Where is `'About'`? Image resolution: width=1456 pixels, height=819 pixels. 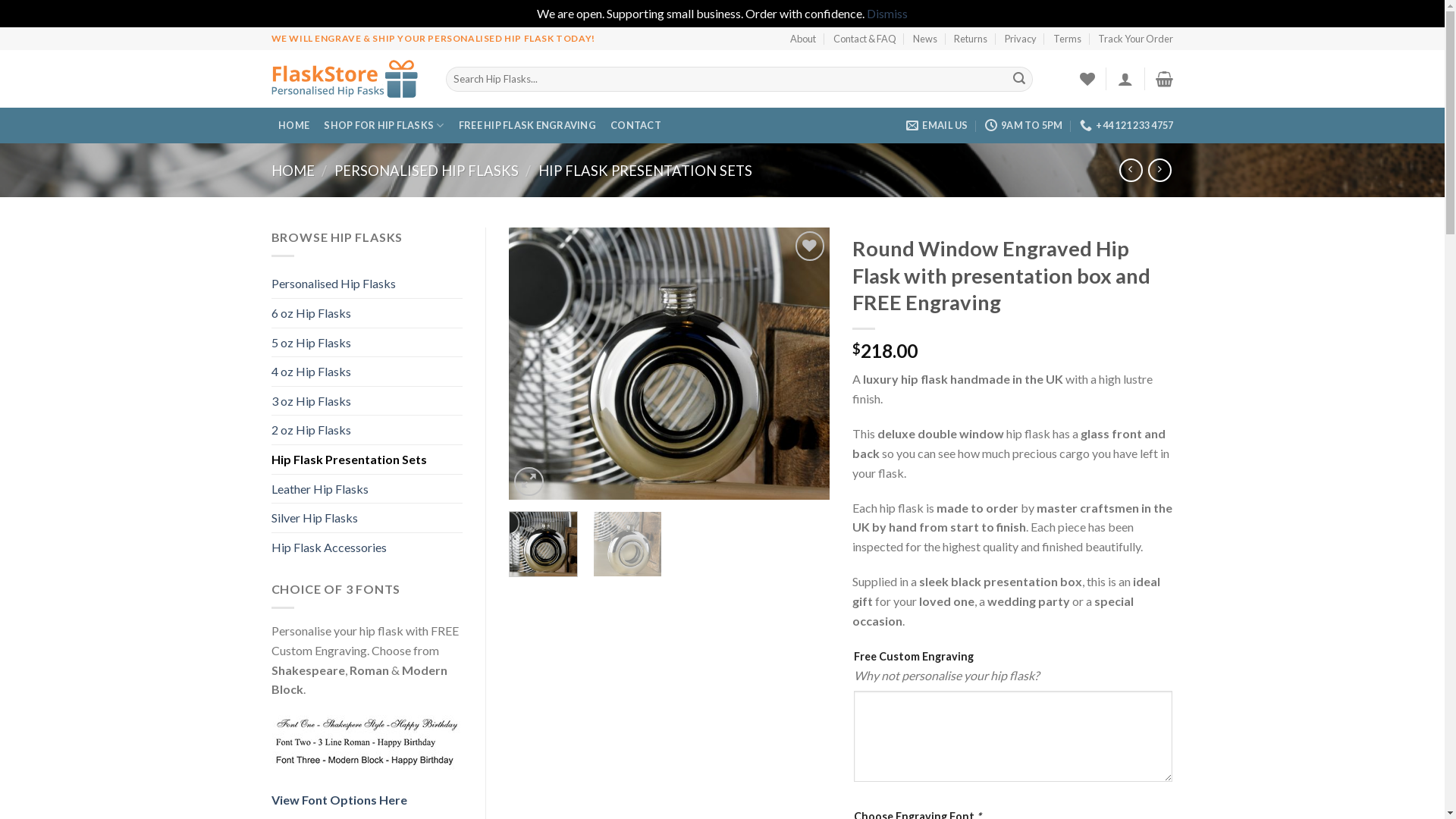 'About' is located at coordinates (802, 37).